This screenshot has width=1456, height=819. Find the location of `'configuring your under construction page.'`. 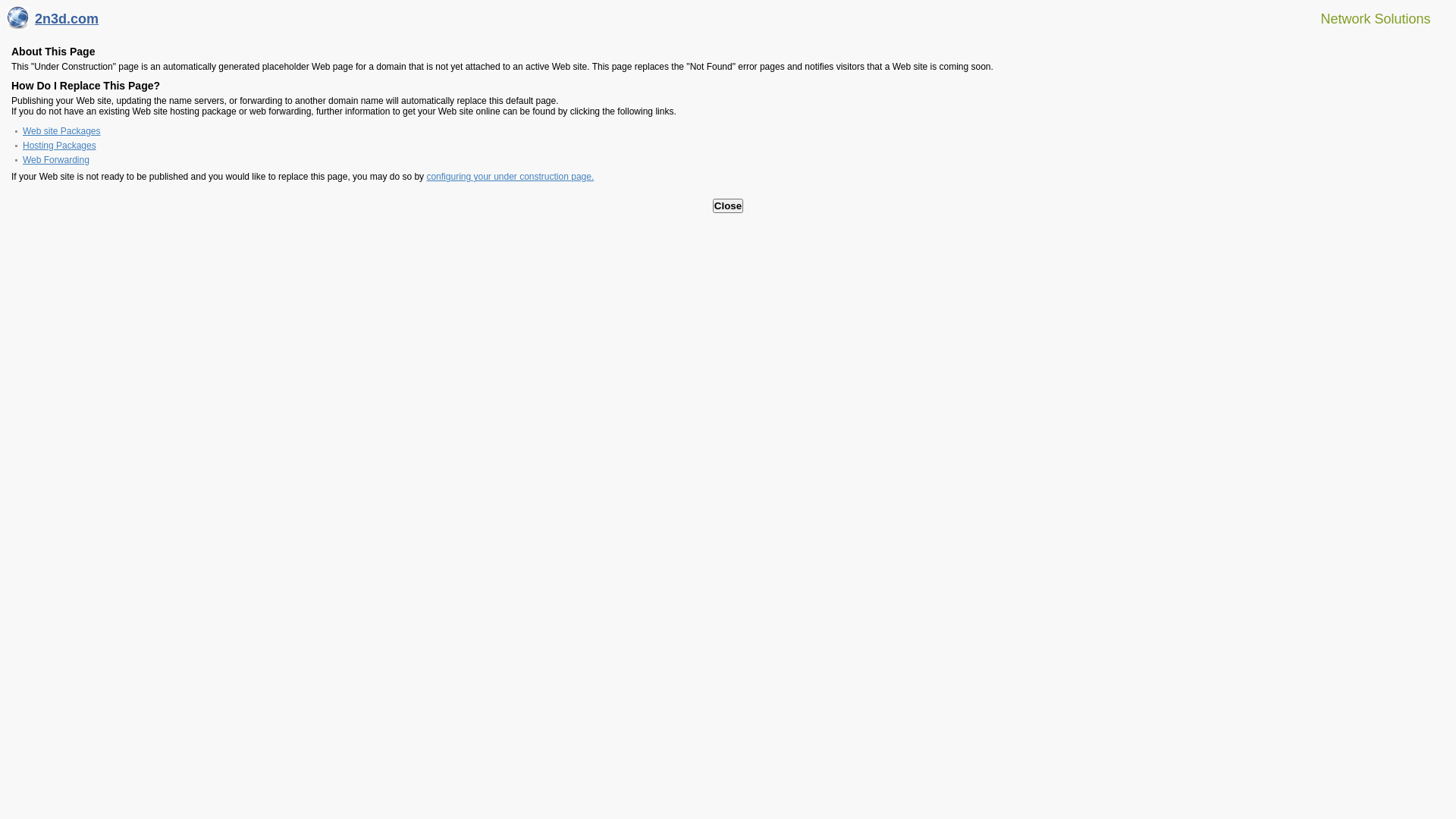

'configuring your under construction page.' is located at coordinates (425, 175).